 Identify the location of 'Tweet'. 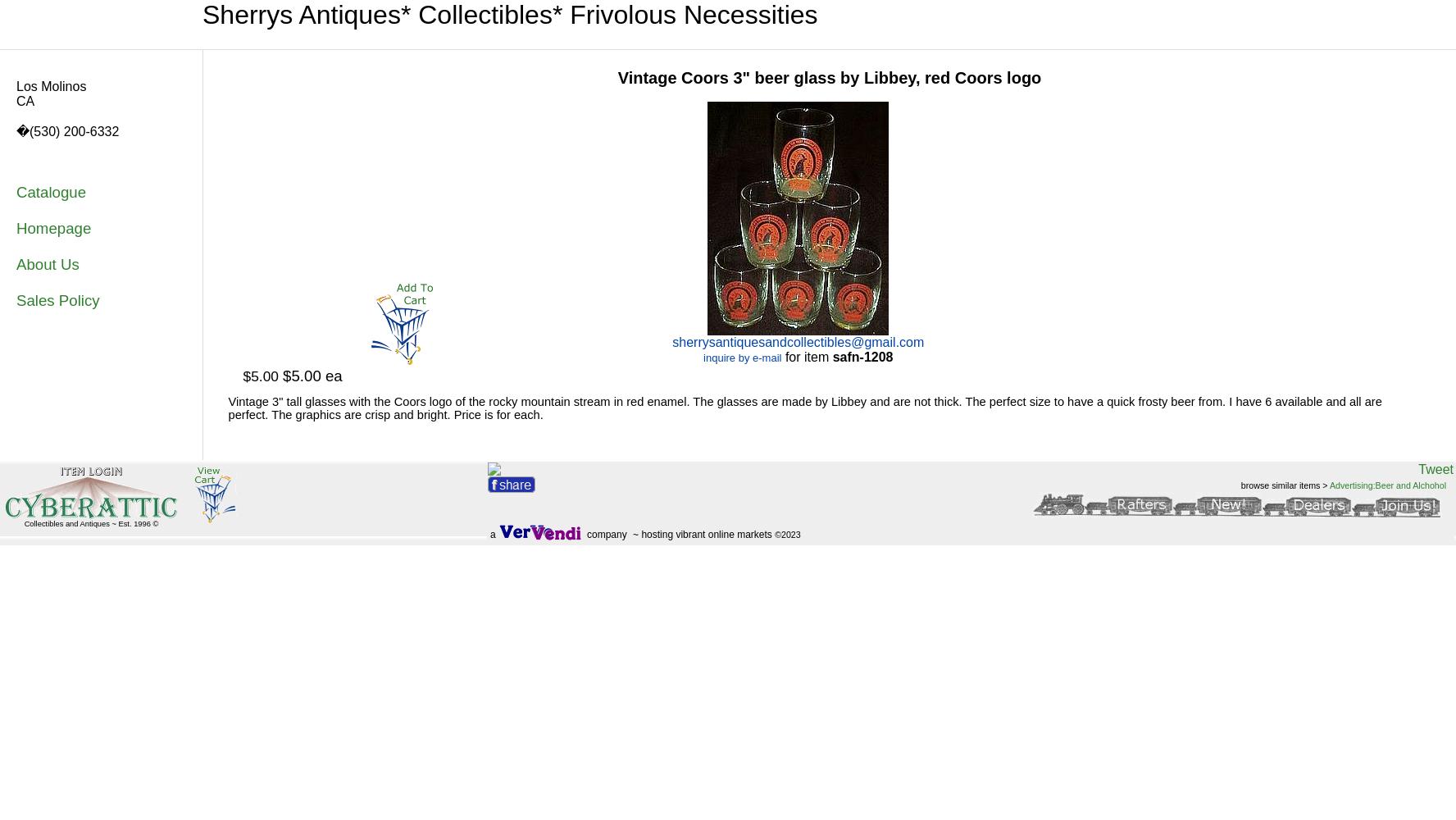
(1436, 468).